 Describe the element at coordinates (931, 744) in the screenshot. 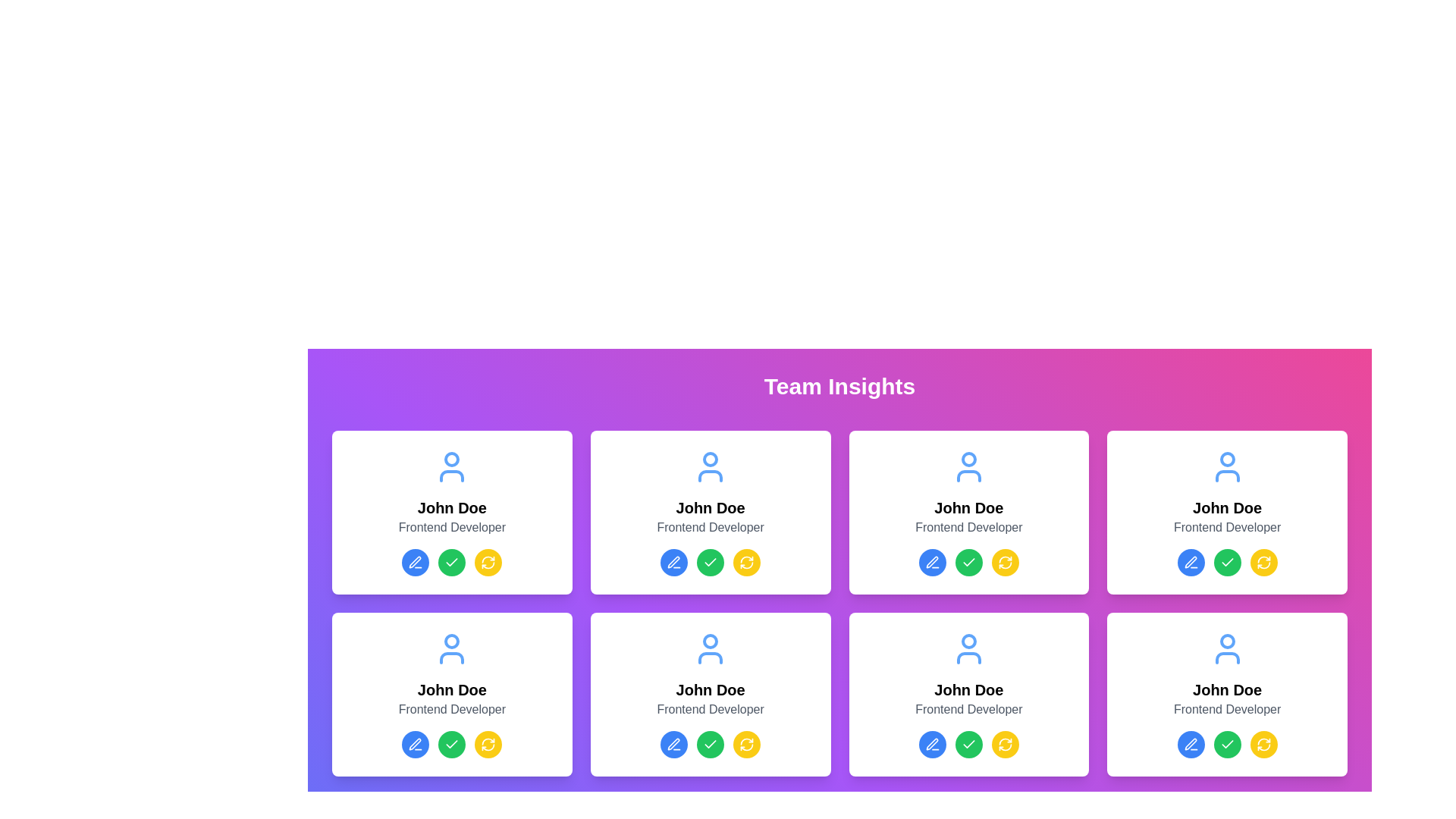

I see `the leftmost button in the second row, fourth column of the grid layout` at that location.